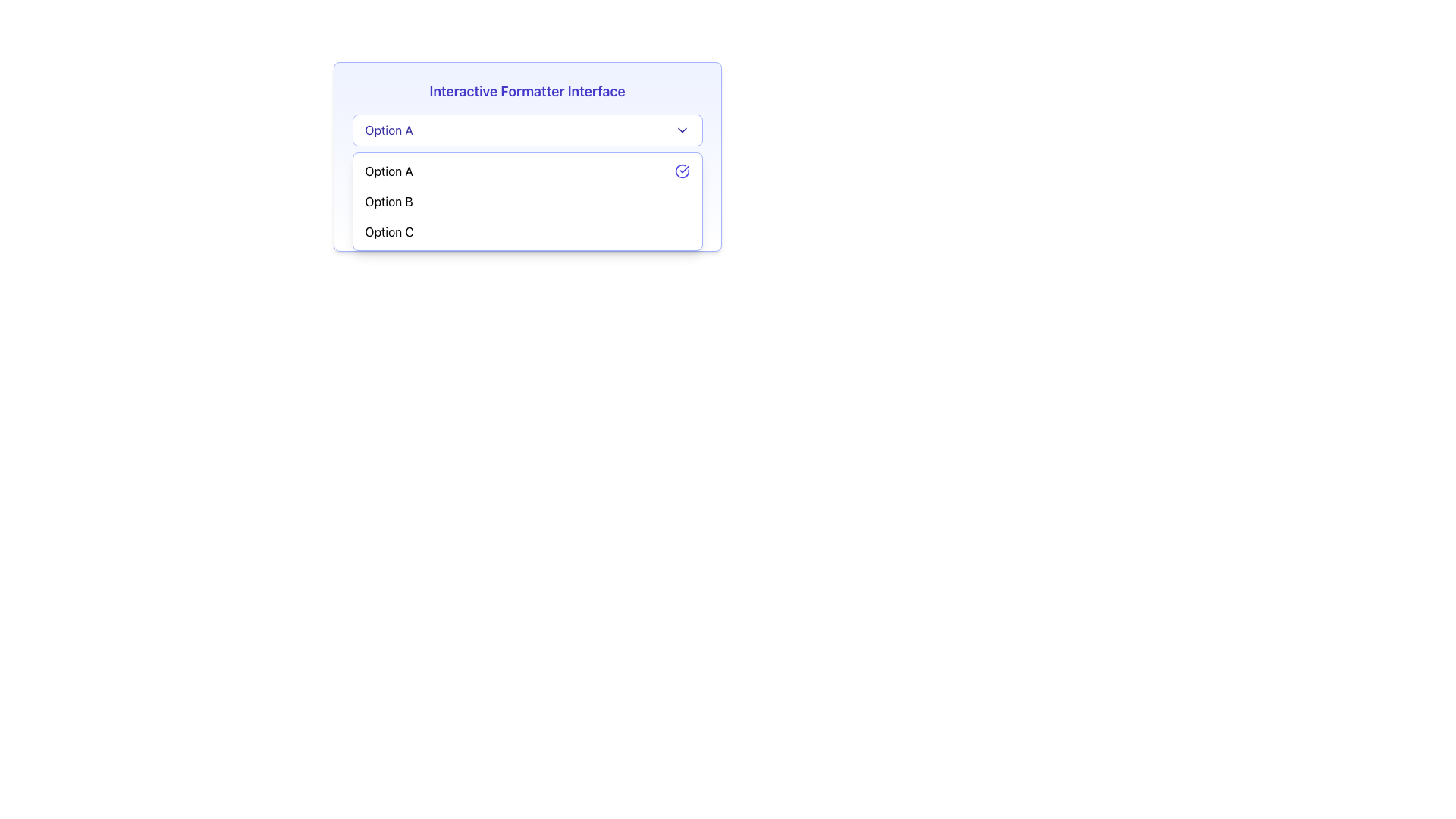 The height and width of the screenshot is (819, 1456). Describe the element at coordinates (527, 171) in the screenshot. I see `the first item in the dropdown list labeled 'Option A'` at that location.